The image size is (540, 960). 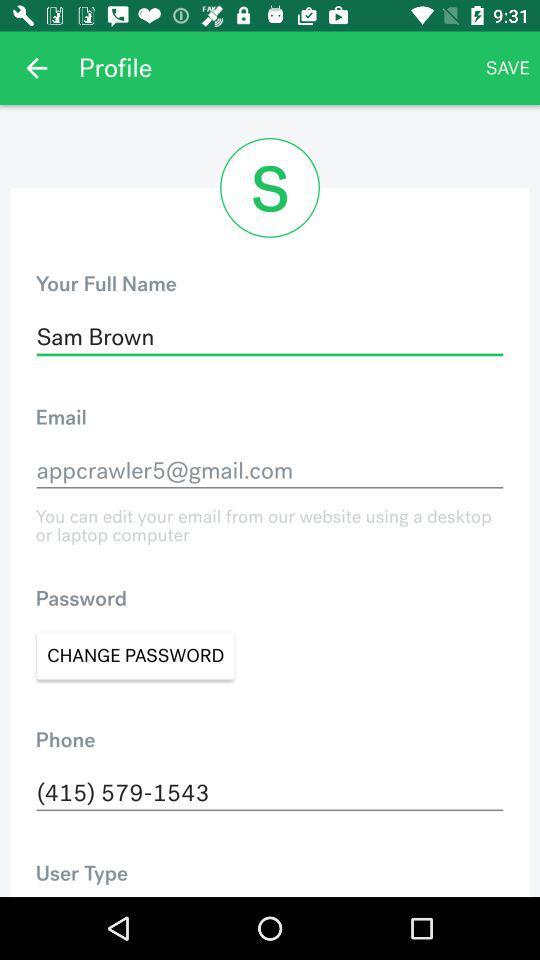 I want to click on the icon to the right of profile item, so click(x=507, y=68).